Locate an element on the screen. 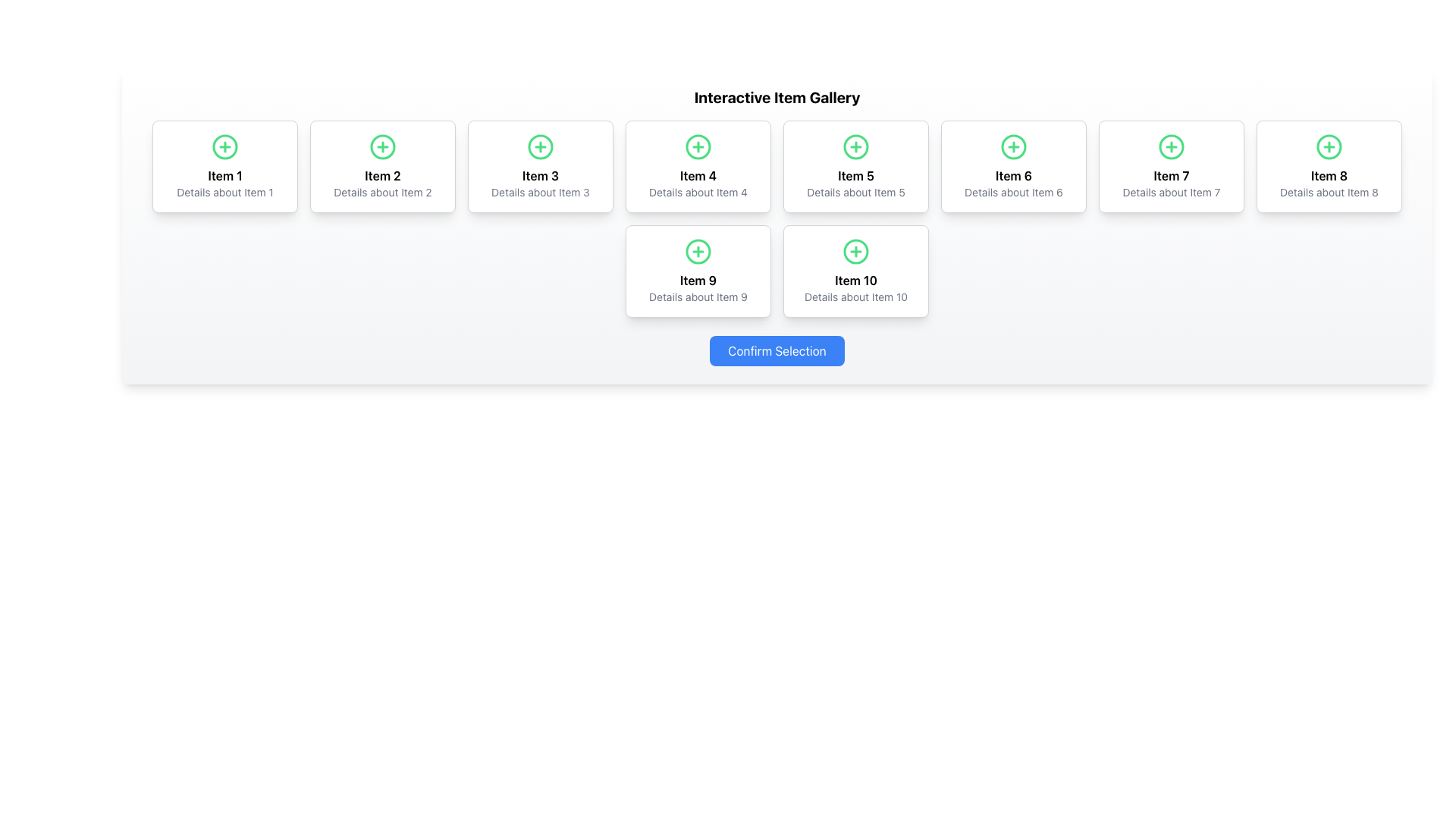 The height and width of the screenshot is (819, 1456). the circular border of the plus icon in the seventh item of the multi-item gallery is located at coordinates (1171, 146).